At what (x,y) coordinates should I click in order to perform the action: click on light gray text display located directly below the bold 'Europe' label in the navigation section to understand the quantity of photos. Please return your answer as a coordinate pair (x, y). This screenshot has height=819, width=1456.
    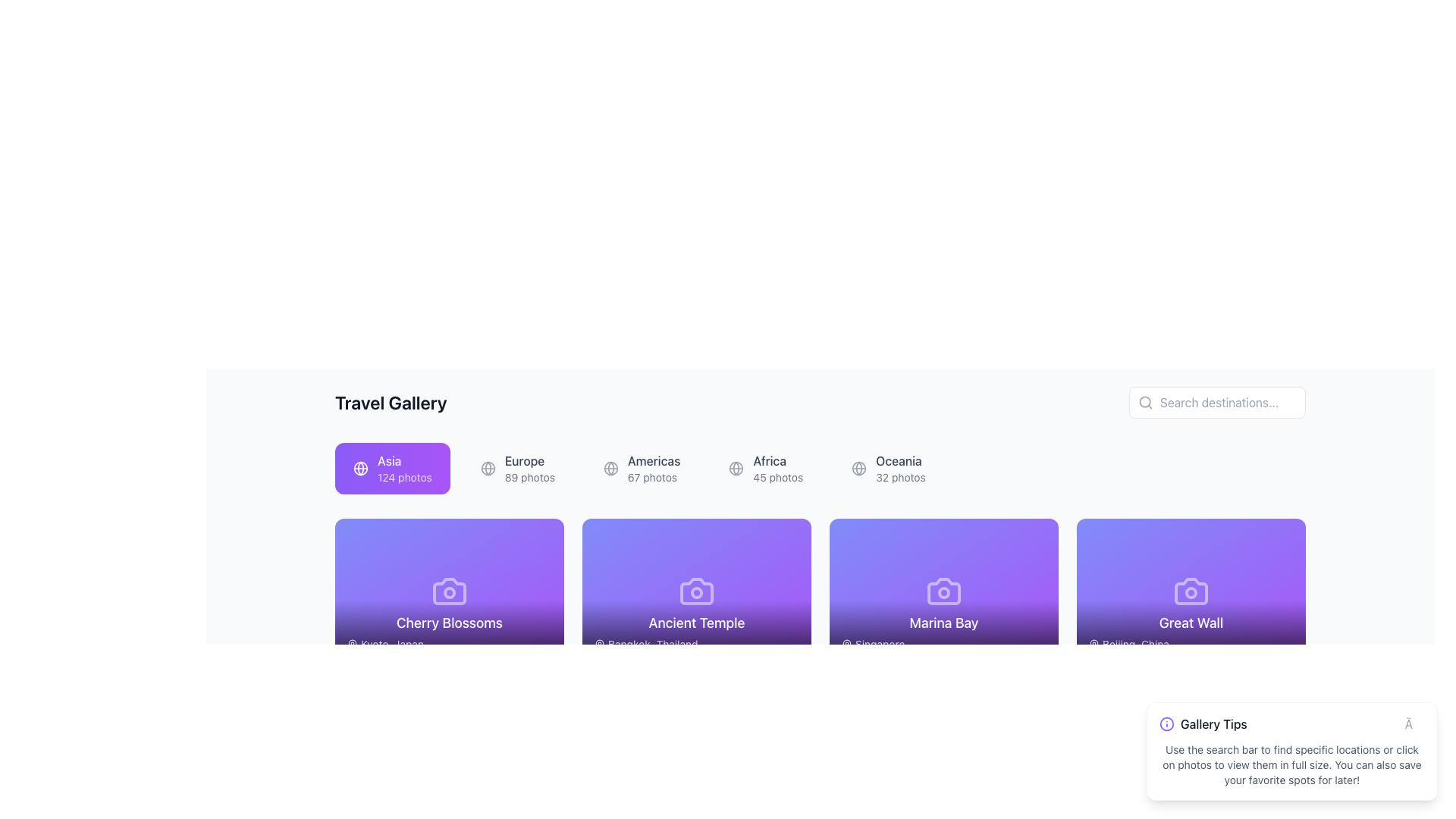
    Looking at the image, I should click on (529, 476).